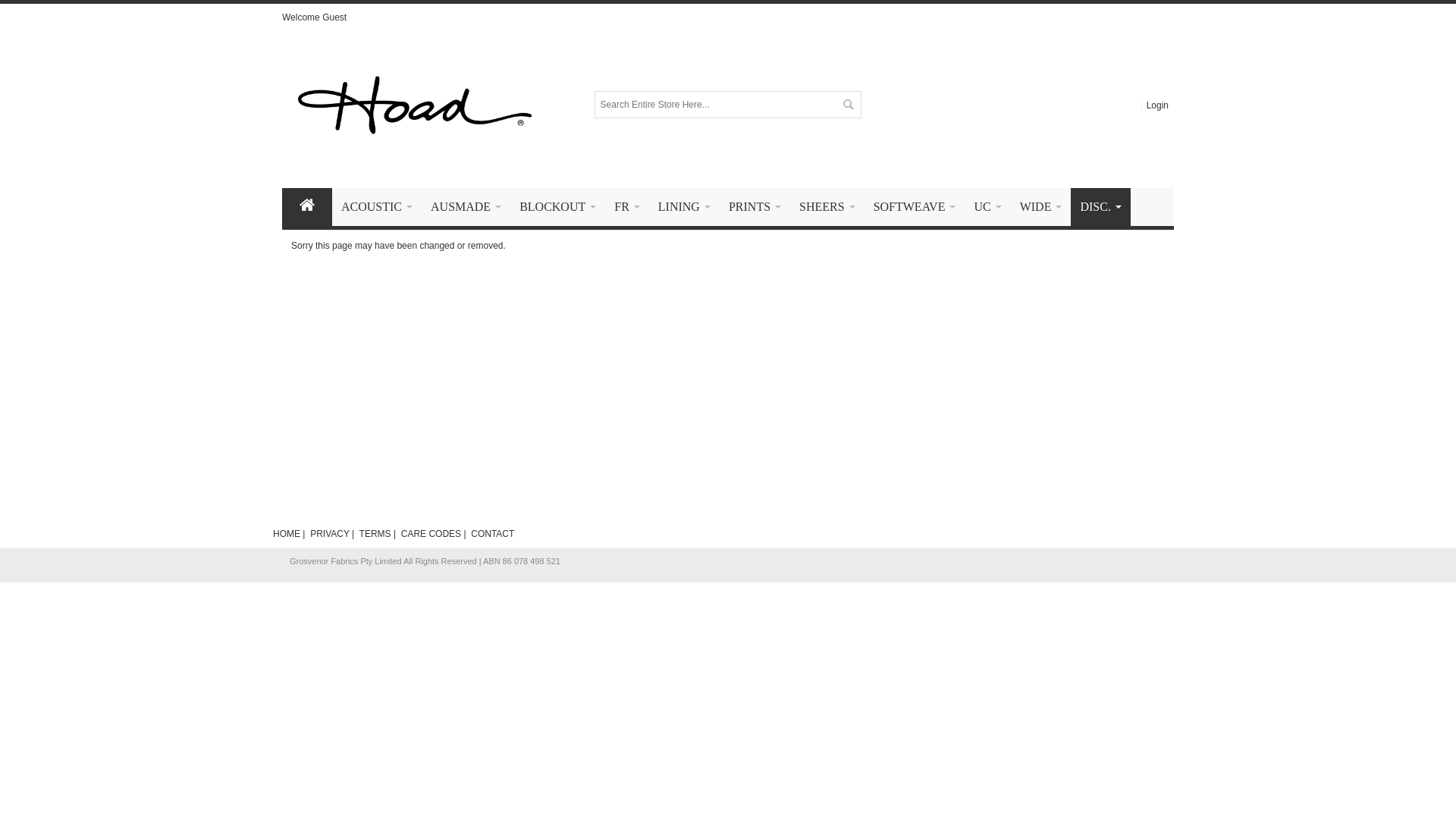 The width and height of the screenshot is (1456, 819). Describe the element at coordinates (1100, 207) in the screenshot. I see `'DISC.  '` at that location.